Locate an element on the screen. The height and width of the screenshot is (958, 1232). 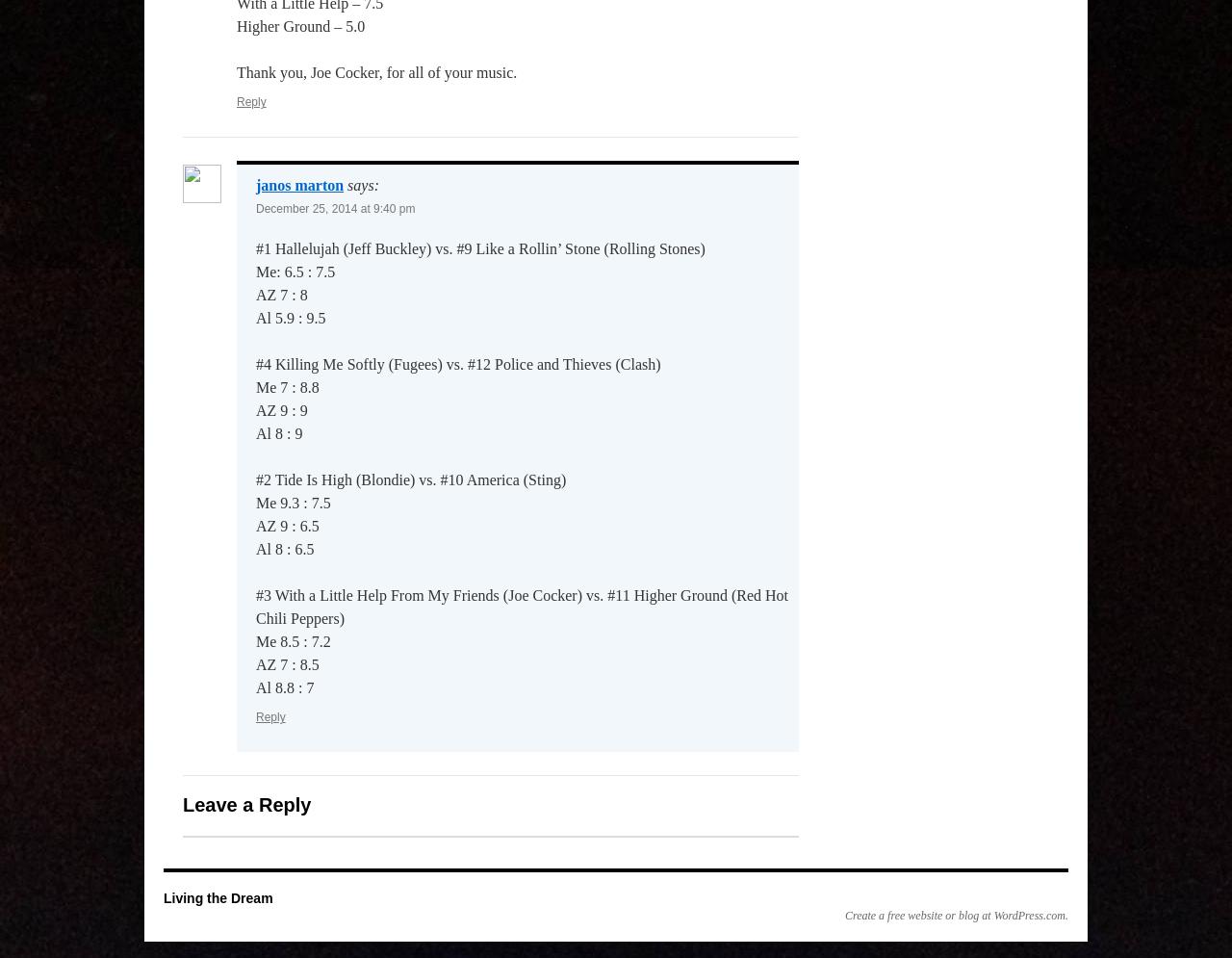
'December 25, 2014 at 9:40 pm' is located at coordinates (335, 208).